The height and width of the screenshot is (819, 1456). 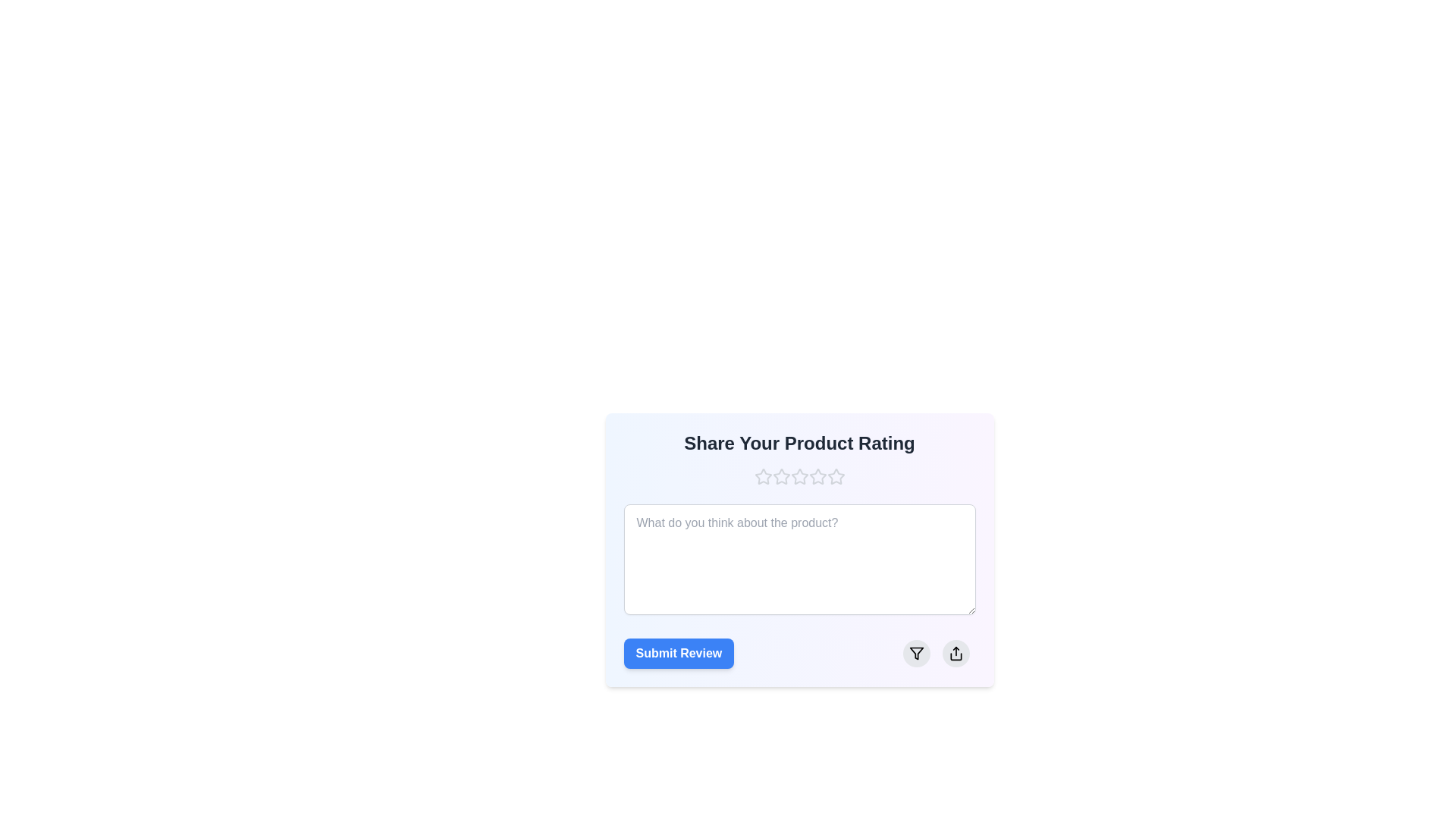 I want to click on on the Rating component with stars located below the title 'Share Your Product Rating', so click(x=799, y=475).